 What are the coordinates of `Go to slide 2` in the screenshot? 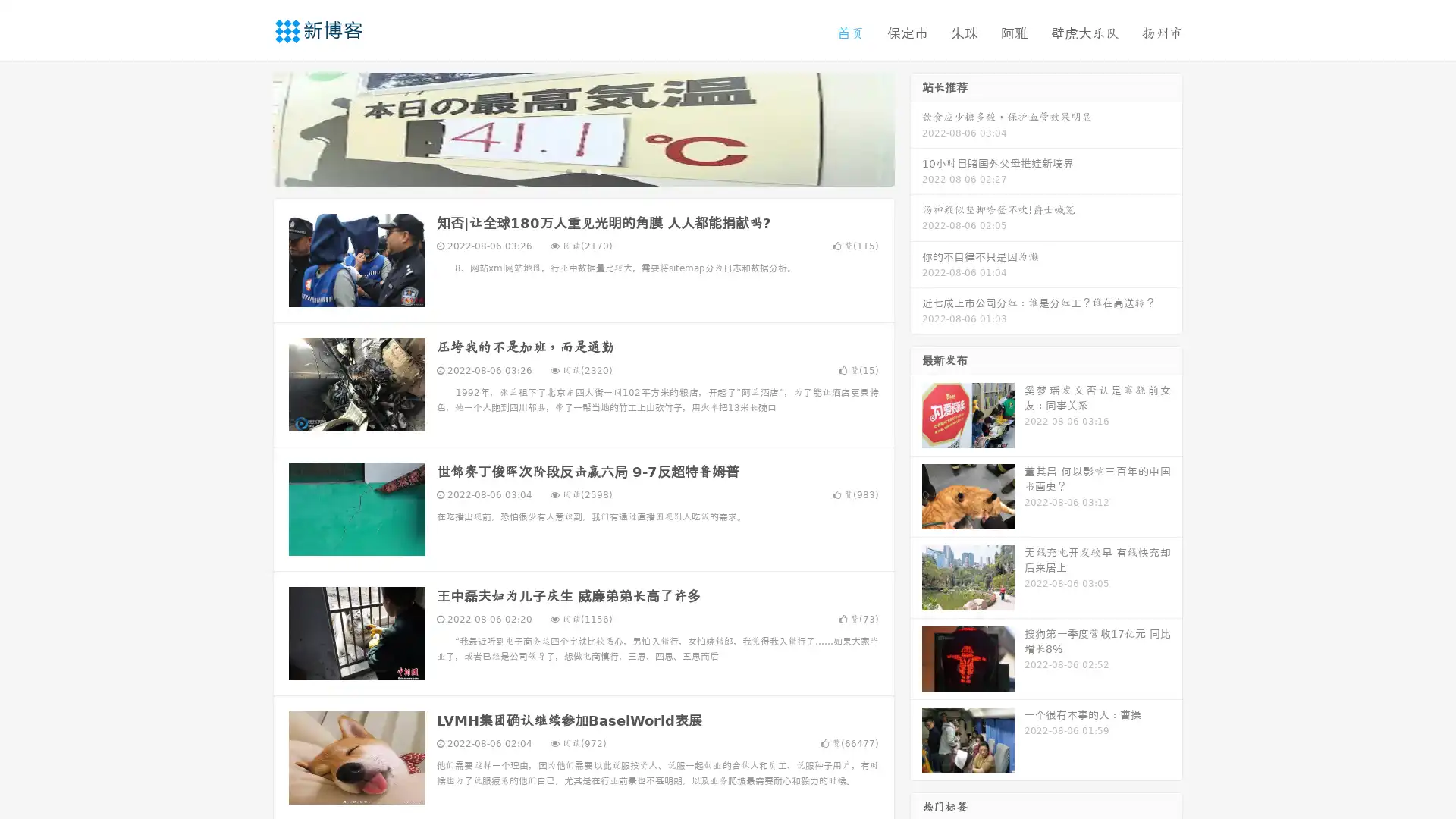 It's located at (582, 171).